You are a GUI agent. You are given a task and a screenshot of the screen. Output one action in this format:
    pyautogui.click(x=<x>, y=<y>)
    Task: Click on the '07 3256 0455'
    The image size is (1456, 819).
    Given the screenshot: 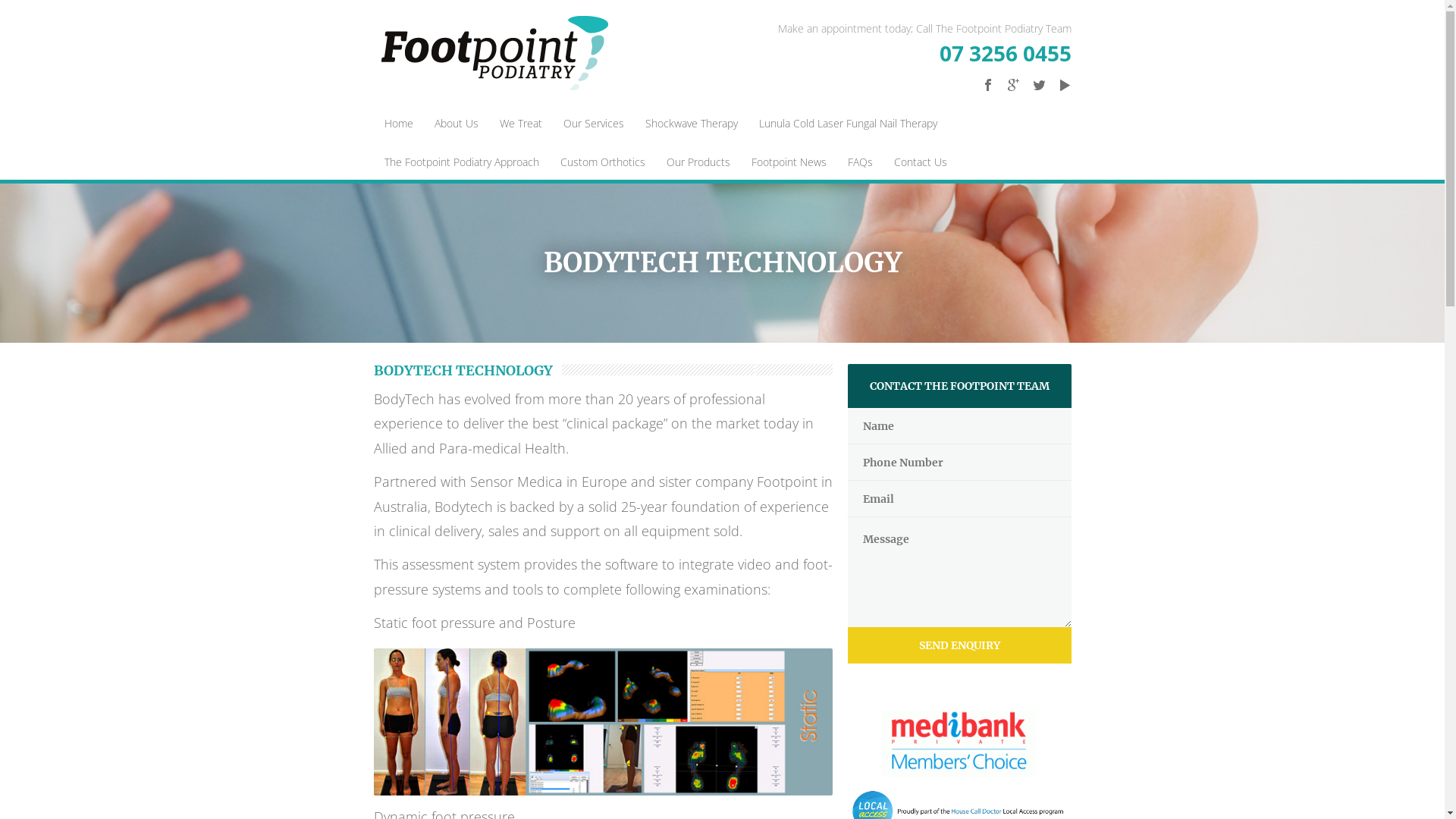 What is the action you would take?
    pyautogui.click(x=924, y=55)
    